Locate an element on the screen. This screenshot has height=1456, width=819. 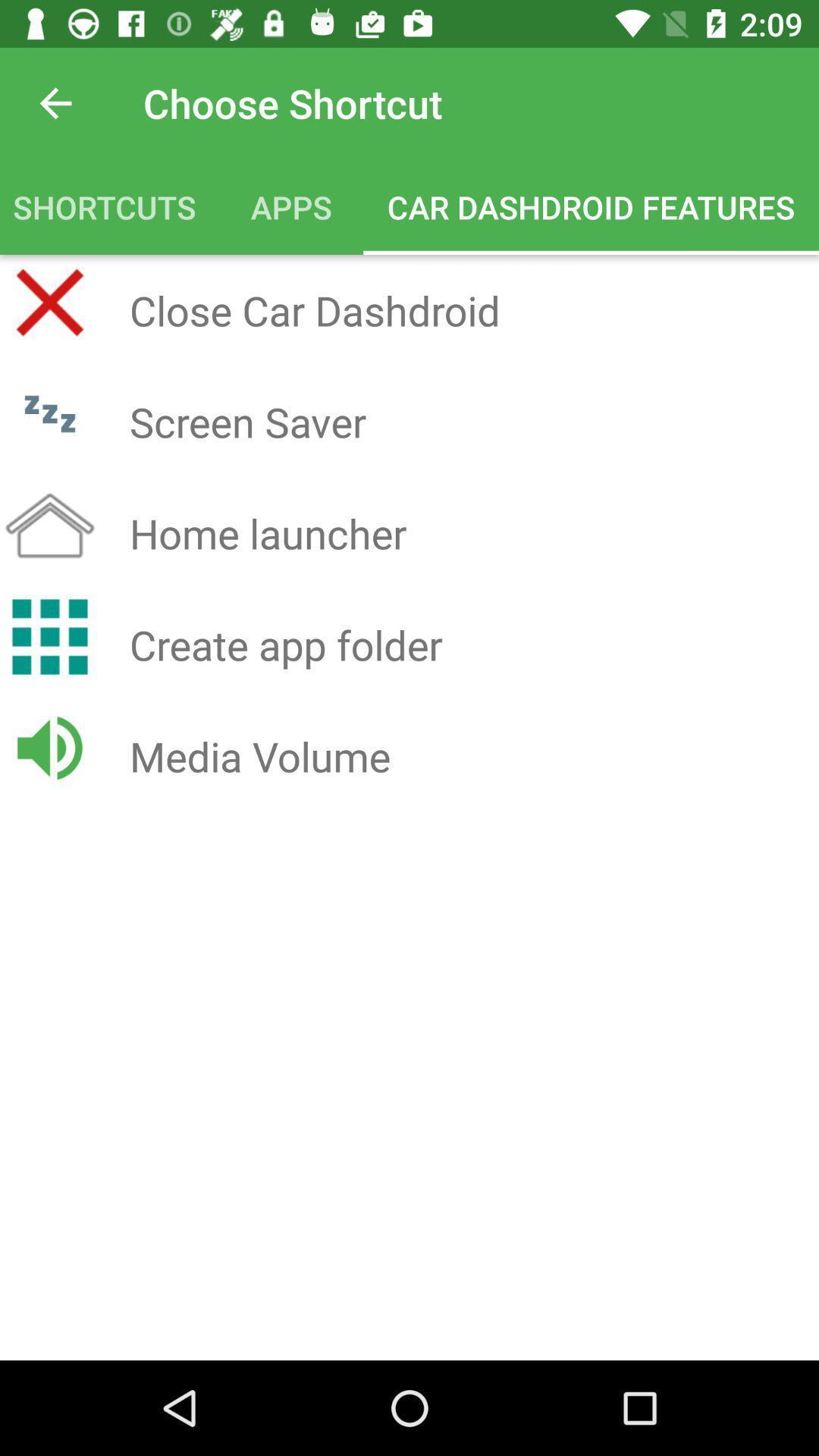
icon above the shortcuts icon is located at coordinates (55, 102).